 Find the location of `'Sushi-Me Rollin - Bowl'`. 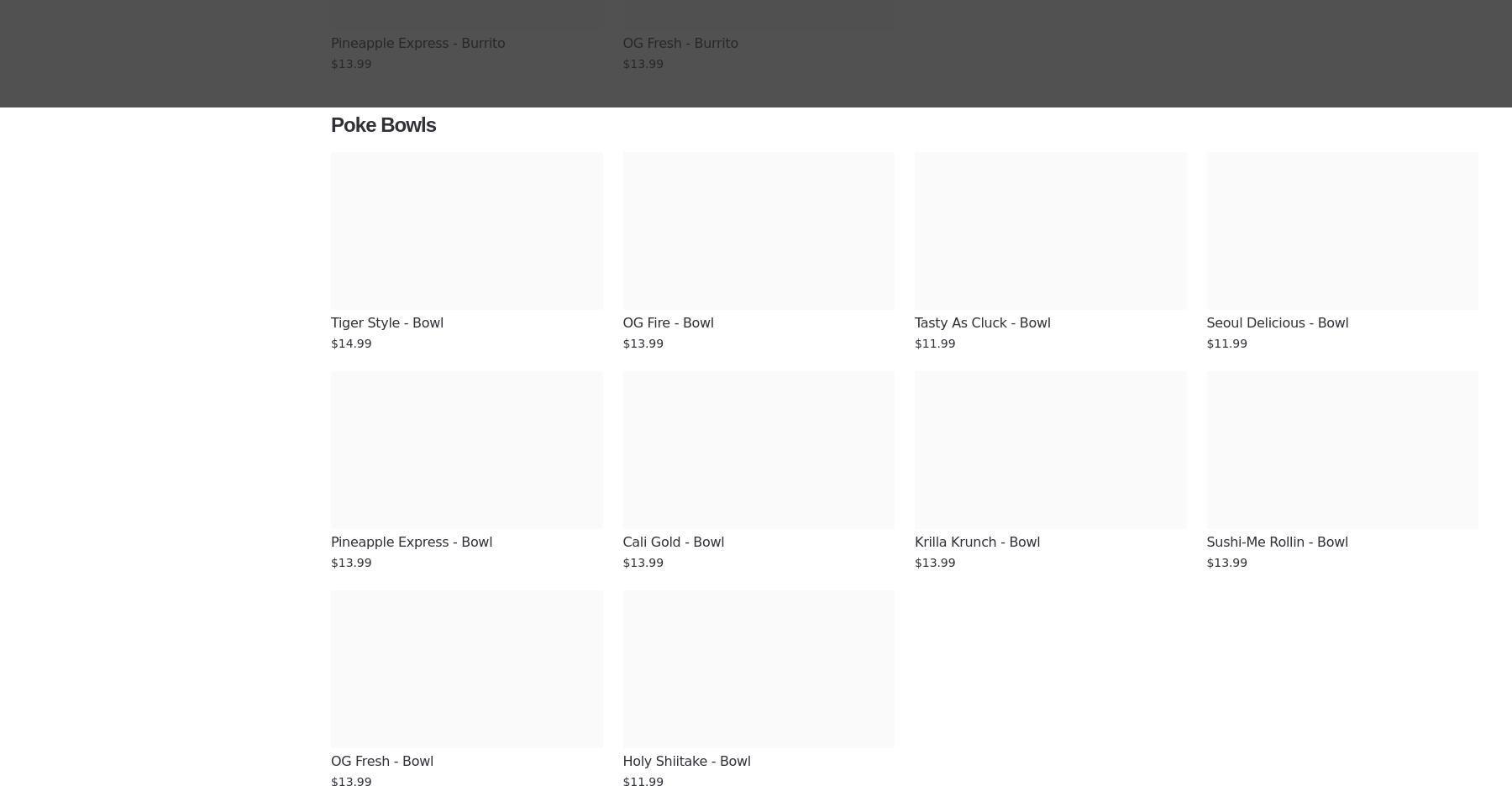

'Sushi-Me Rollin - Bowl' is located at coordinates (1277, 541).